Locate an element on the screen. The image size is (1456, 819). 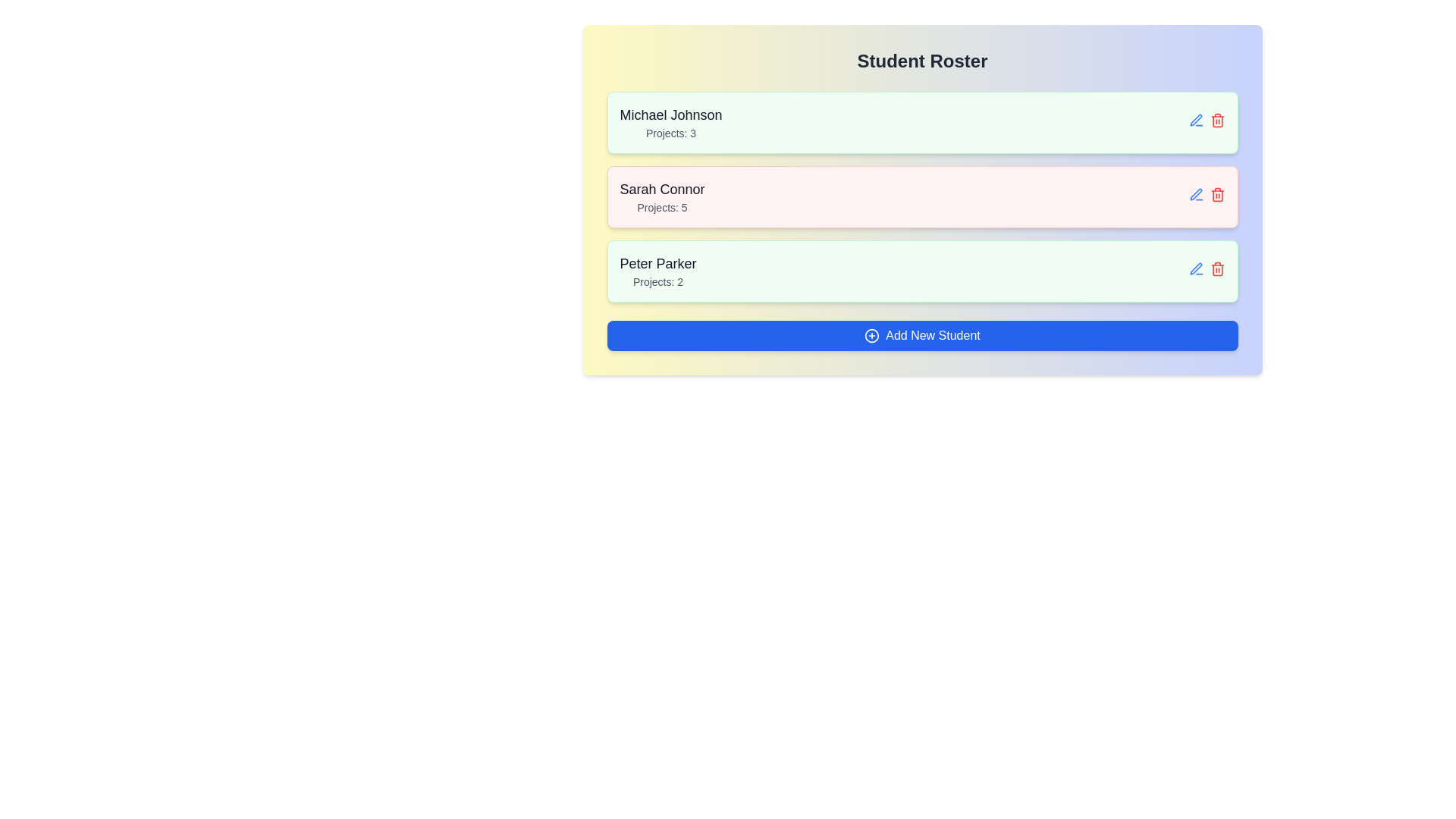
the delete button for the student named Sarah Connor is located at coordinates (1217, 193).